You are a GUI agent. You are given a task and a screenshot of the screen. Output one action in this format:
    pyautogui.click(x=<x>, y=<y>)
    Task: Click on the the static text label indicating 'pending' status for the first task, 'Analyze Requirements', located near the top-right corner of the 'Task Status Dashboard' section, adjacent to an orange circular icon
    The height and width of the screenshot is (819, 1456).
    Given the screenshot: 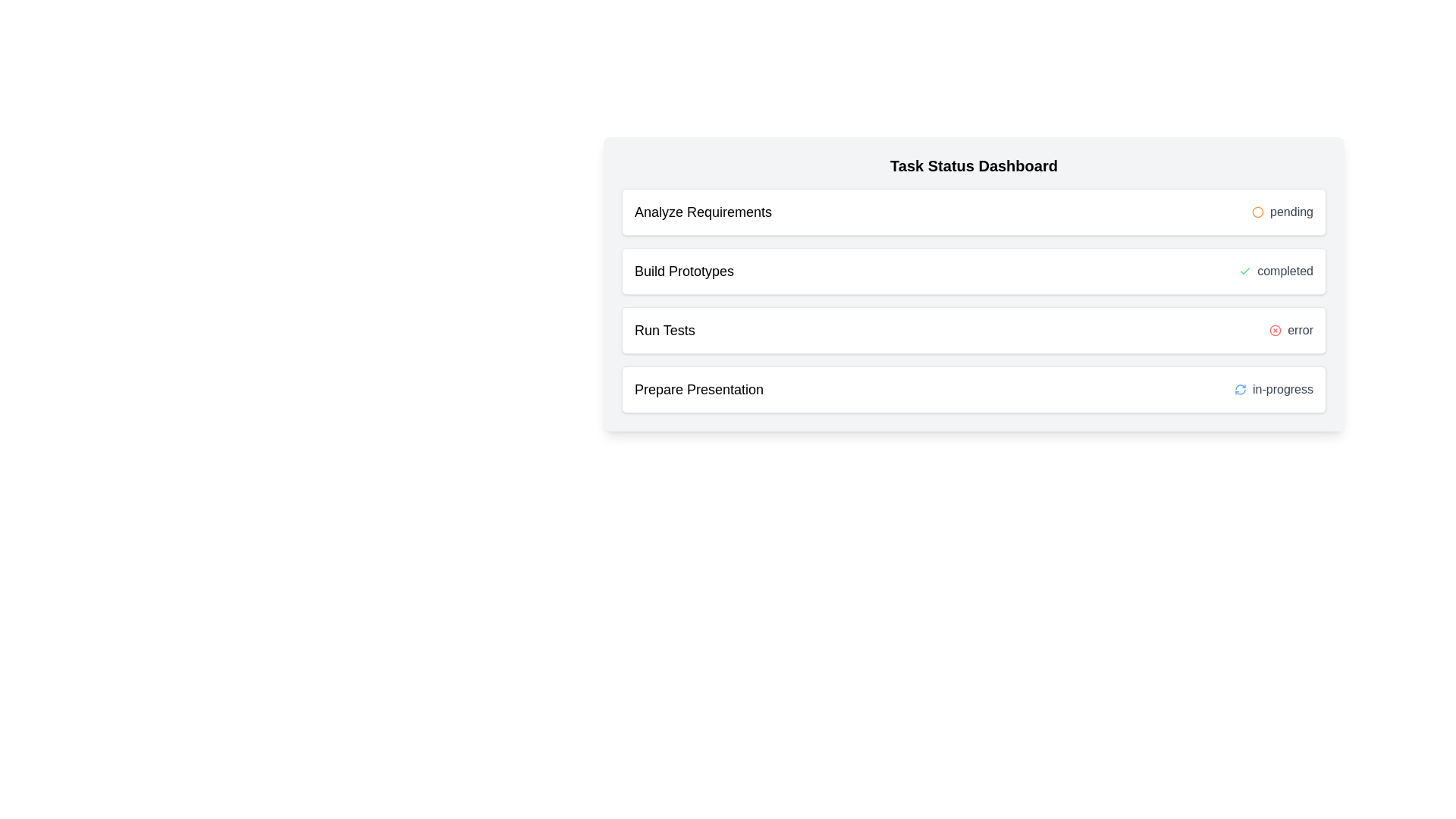 What is the action you would take?
    pyautogui.click(x=1291, y=212)
    